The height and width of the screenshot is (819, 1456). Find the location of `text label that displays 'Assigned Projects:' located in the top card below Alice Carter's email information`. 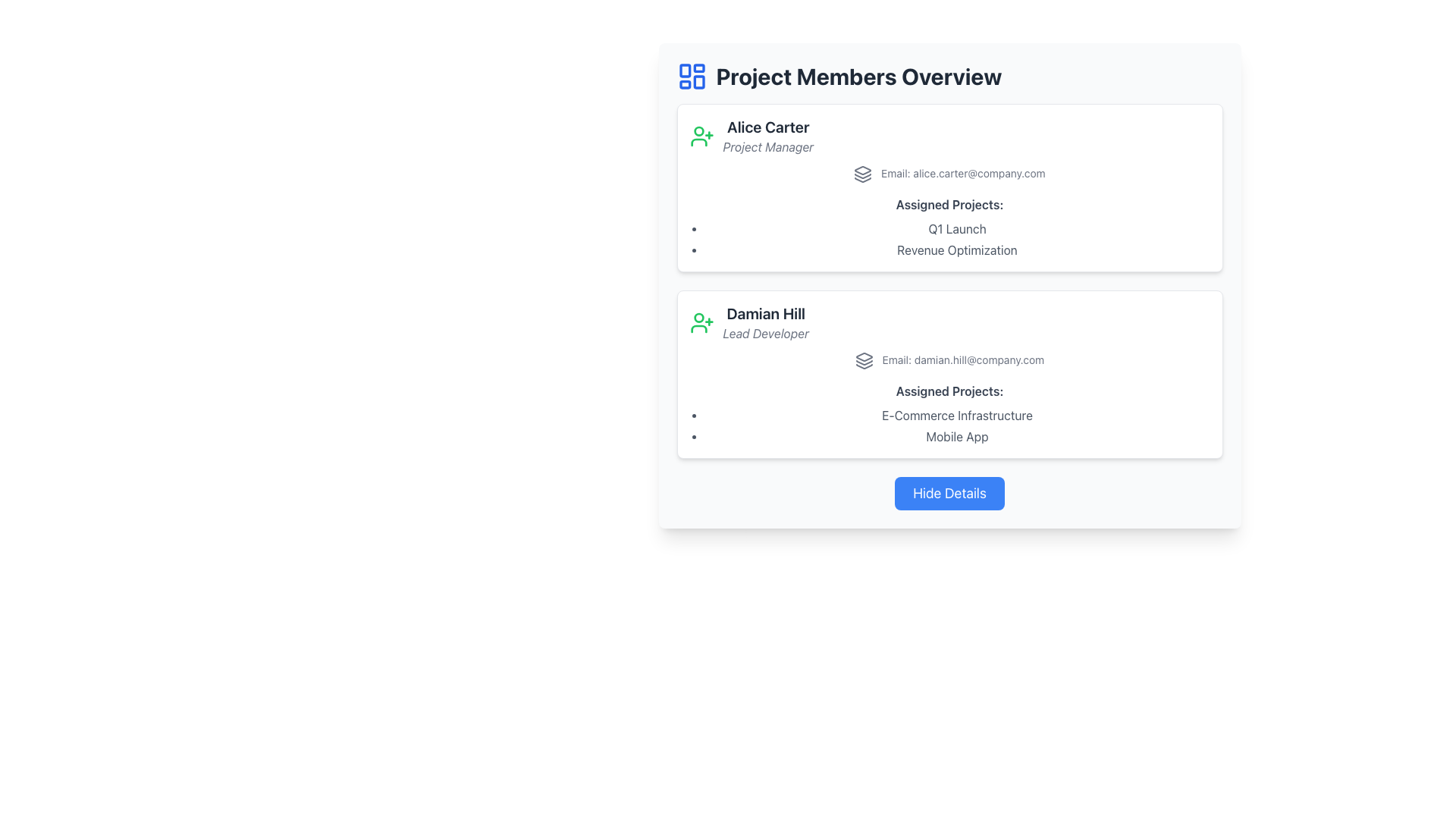

text label that displays 'Assigned Projects:' located in the top card below Alice Carter's email information is located at coordinates (949, 205).